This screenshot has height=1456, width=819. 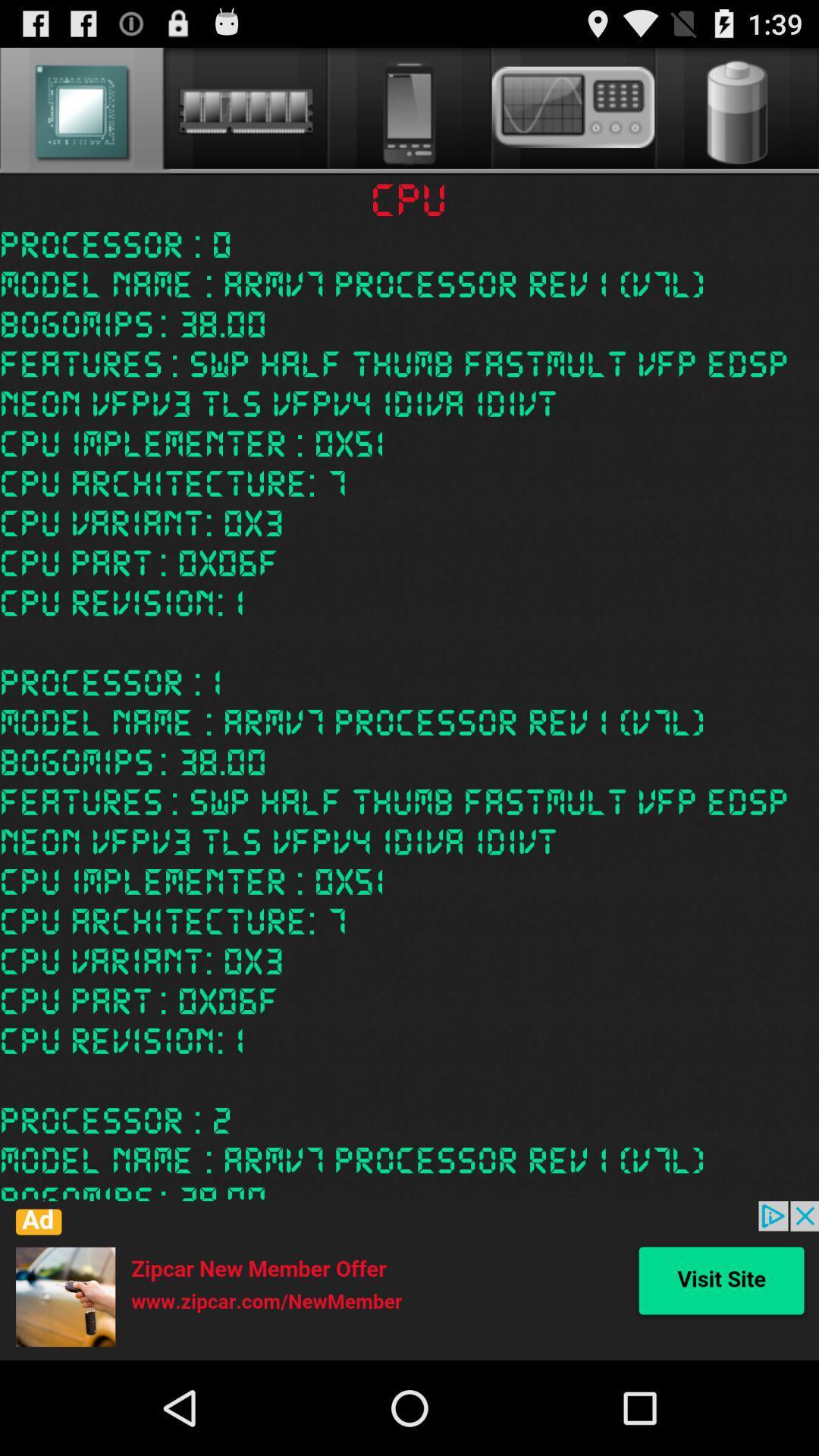 What do you see at coordinates (409, 1280) in the screenshot?
I see `icone` at bounding box center [409, 1280].